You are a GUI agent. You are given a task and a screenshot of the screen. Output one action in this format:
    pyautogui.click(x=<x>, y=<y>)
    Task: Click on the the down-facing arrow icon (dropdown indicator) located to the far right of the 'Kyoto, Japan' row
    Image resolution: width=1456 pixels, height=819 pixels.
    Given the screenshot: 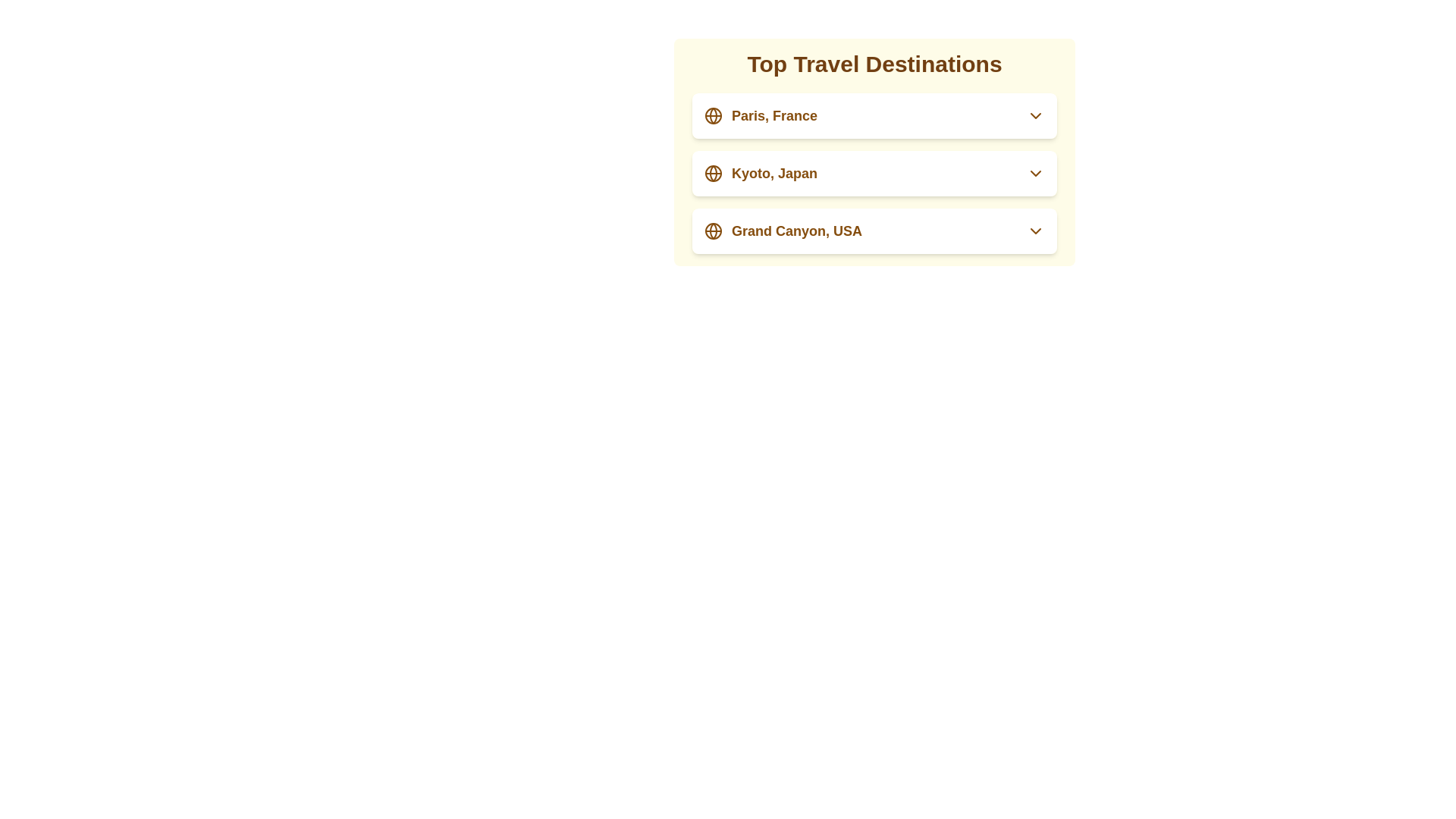 What is the action you would take?
    pyautogui.click(x=1035, y=172)
    